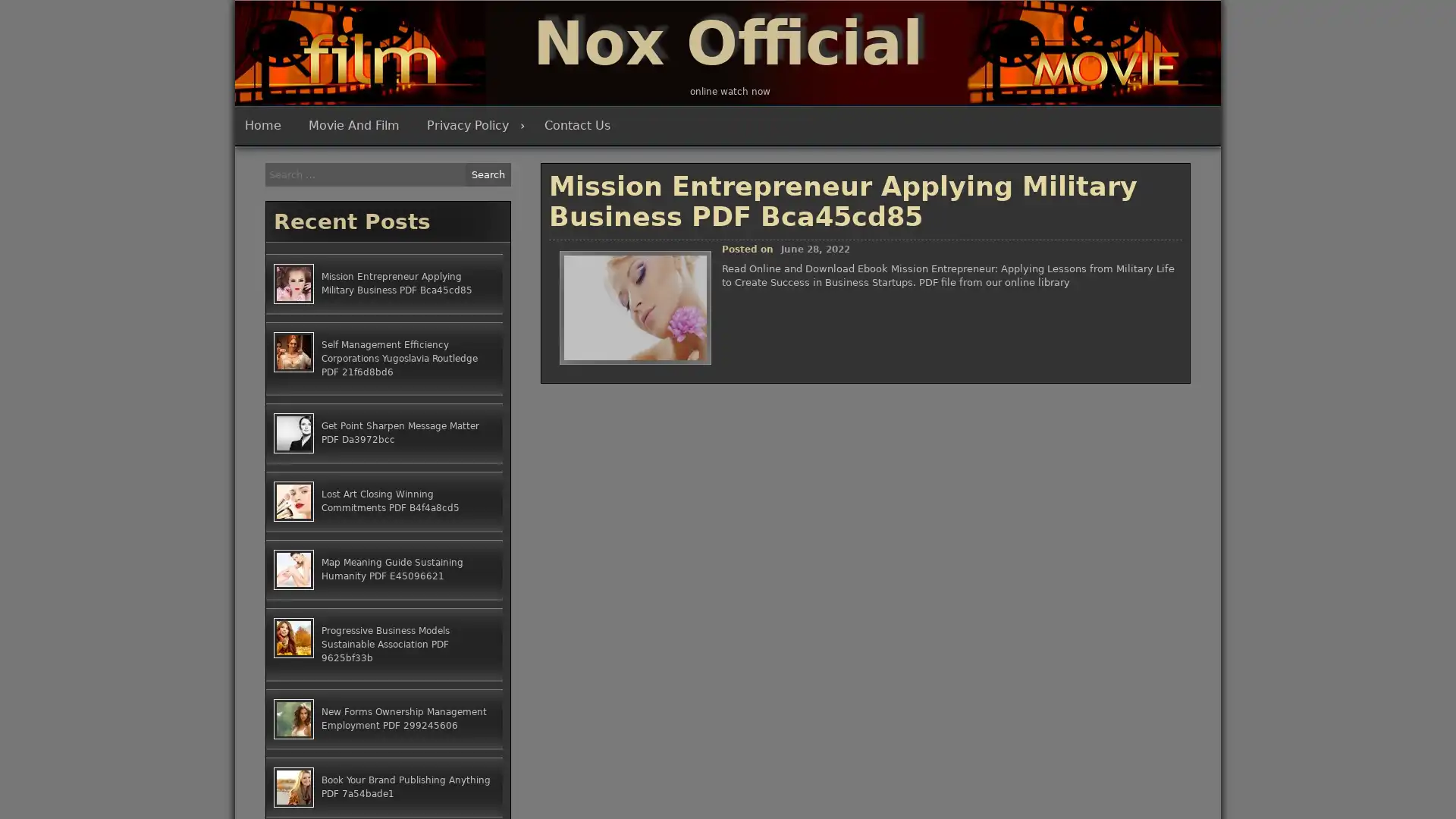 The image size is (1456, 819). What do you see at coordinates (488, 174) in the screenshot?
I see `Search` at bounding box center [488, 174].